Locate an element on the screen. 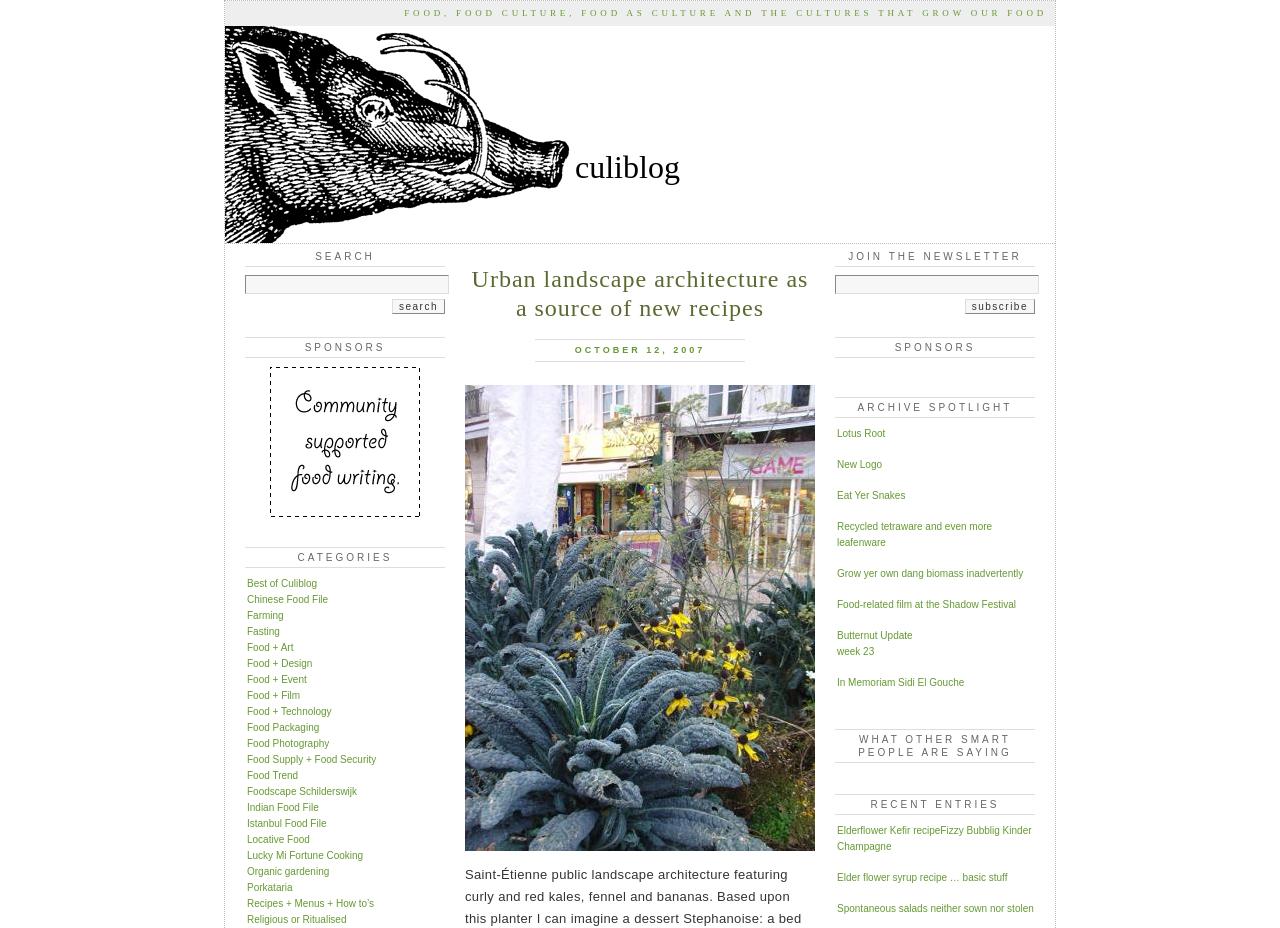 Image resolution: width=1280 pixels, height=928 pixels. 'Food Packaging' is located at coordinates (246, 725).